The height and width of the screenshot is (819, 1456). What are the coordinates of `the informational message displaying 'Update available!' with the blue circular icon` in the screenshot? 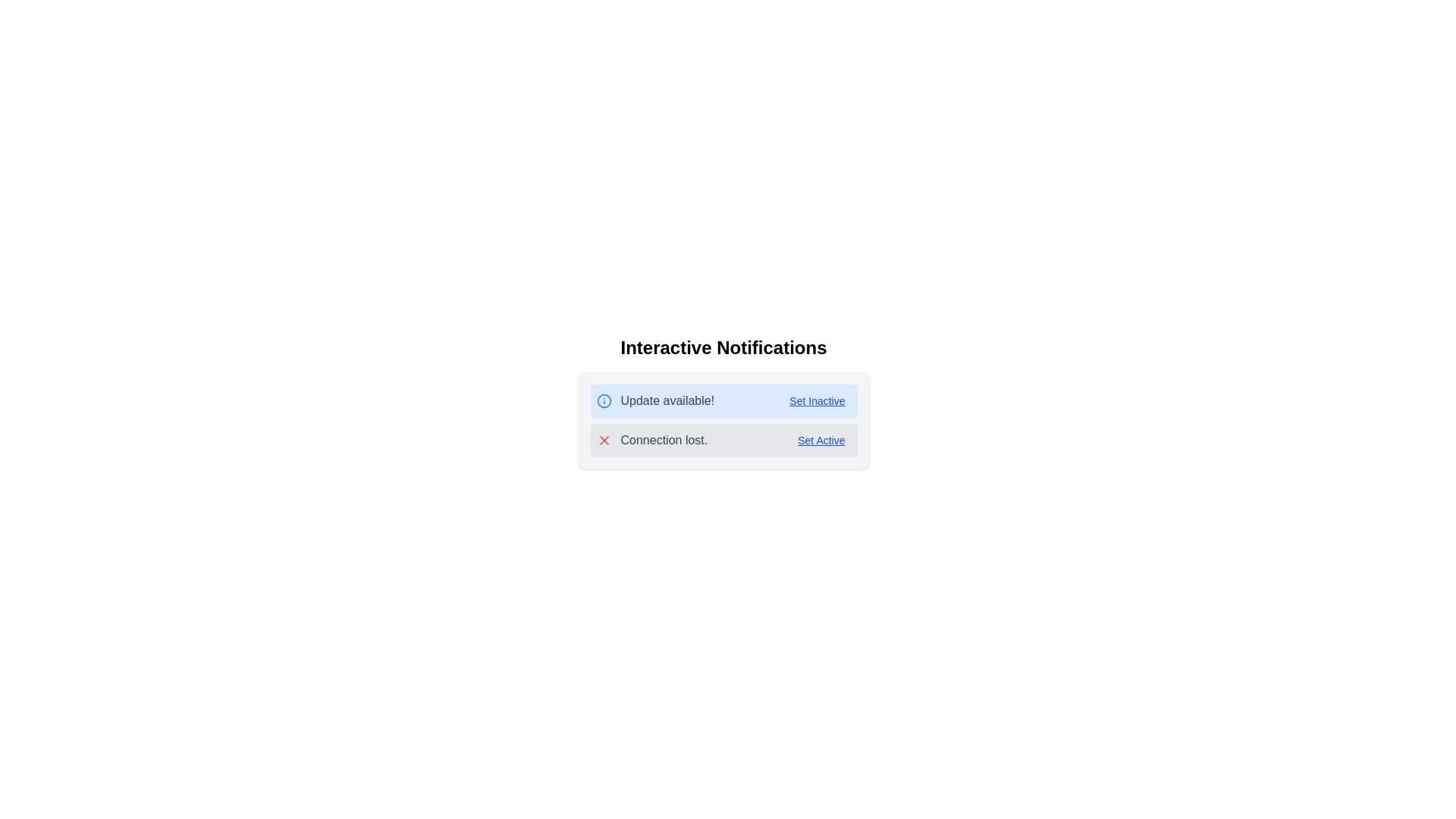 It's located at (655, 400).